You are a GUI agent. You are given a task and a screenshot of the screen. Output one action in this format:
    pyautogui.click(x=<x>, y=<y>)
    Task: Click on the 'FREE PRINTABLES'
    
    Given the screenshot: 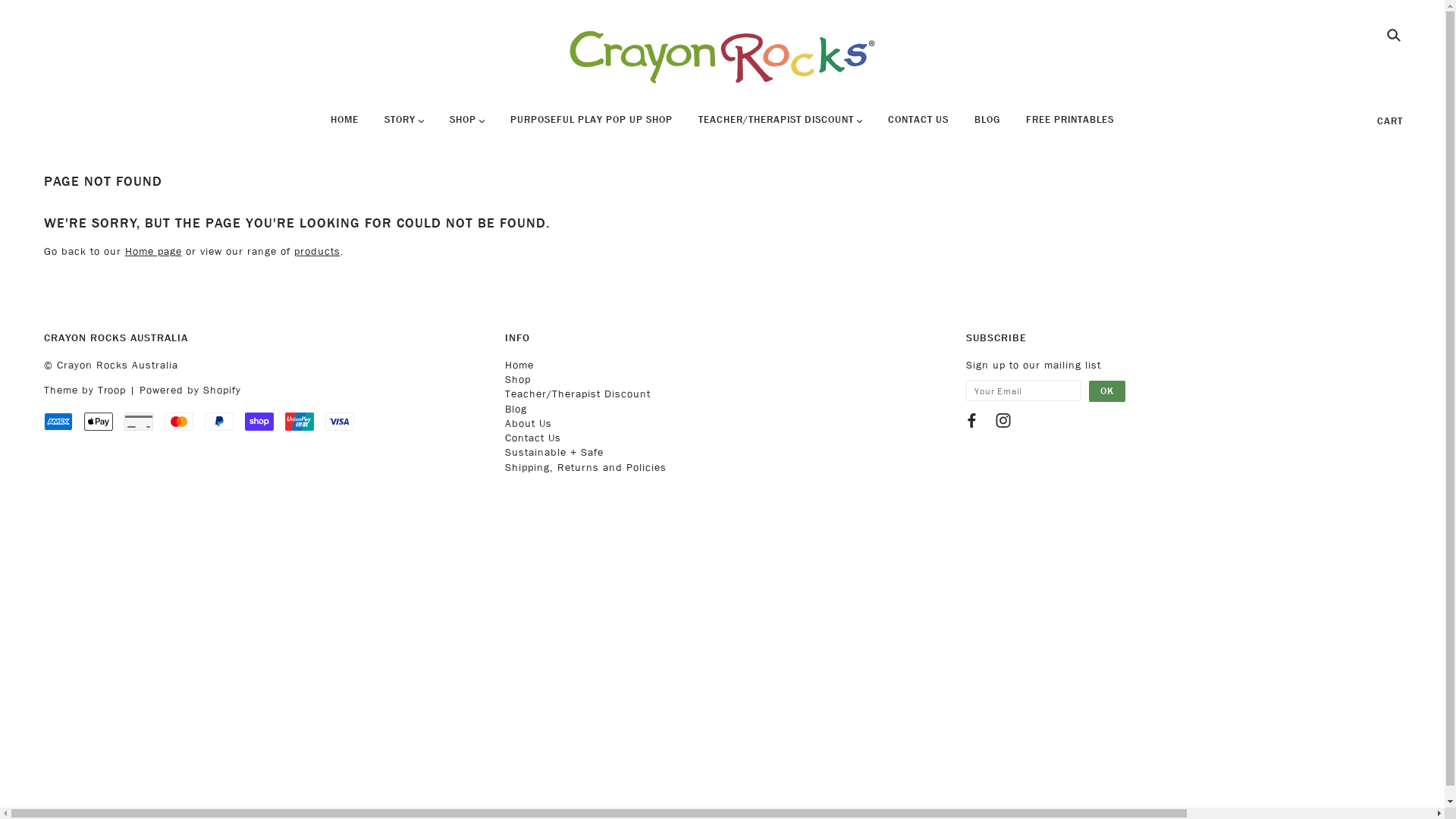 What is the action you would take?
    pyautogui.click(x=1069, y=125)
    